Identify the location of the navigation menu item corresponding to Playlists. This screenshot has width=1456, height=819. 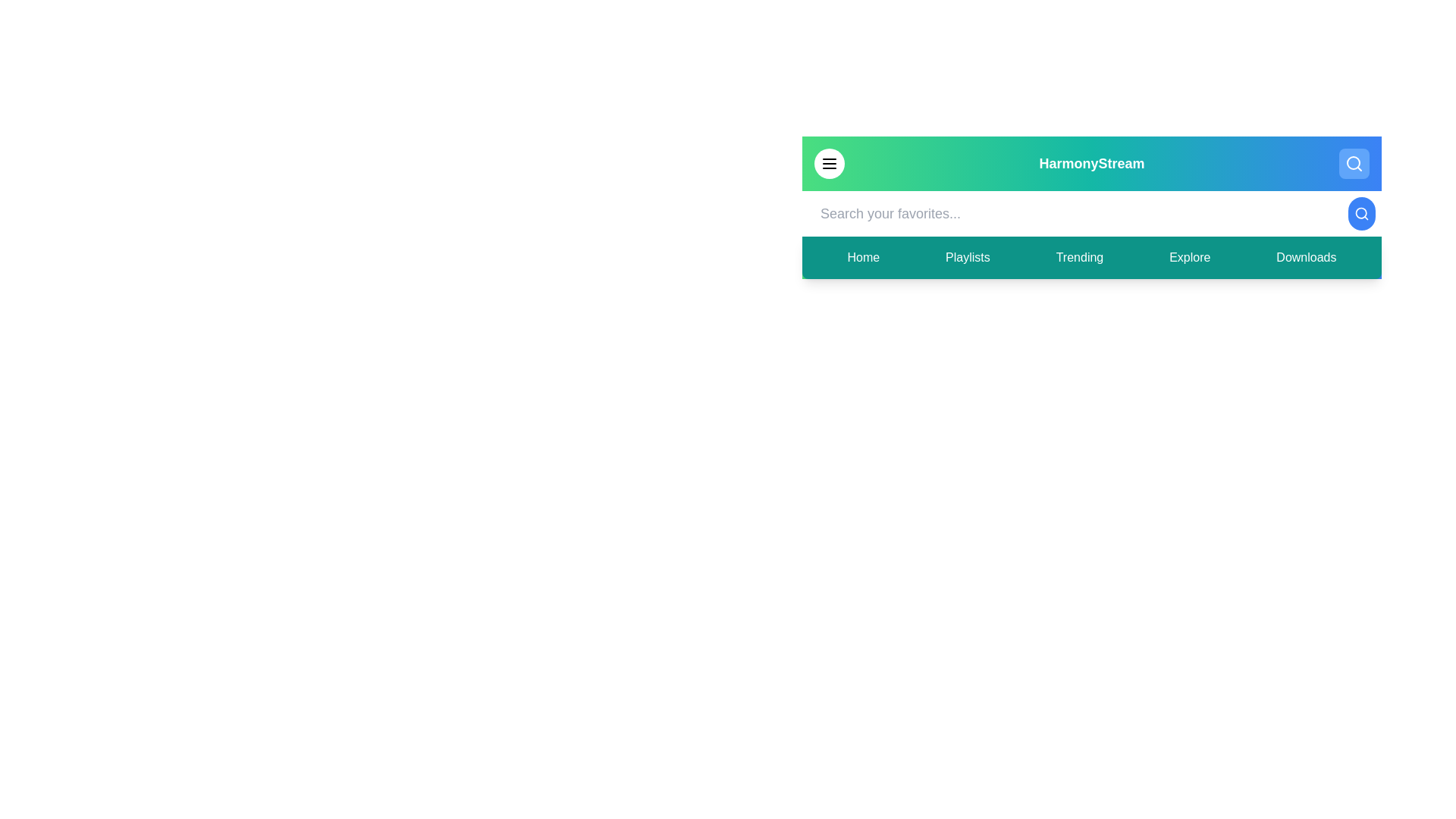
(967, 256).